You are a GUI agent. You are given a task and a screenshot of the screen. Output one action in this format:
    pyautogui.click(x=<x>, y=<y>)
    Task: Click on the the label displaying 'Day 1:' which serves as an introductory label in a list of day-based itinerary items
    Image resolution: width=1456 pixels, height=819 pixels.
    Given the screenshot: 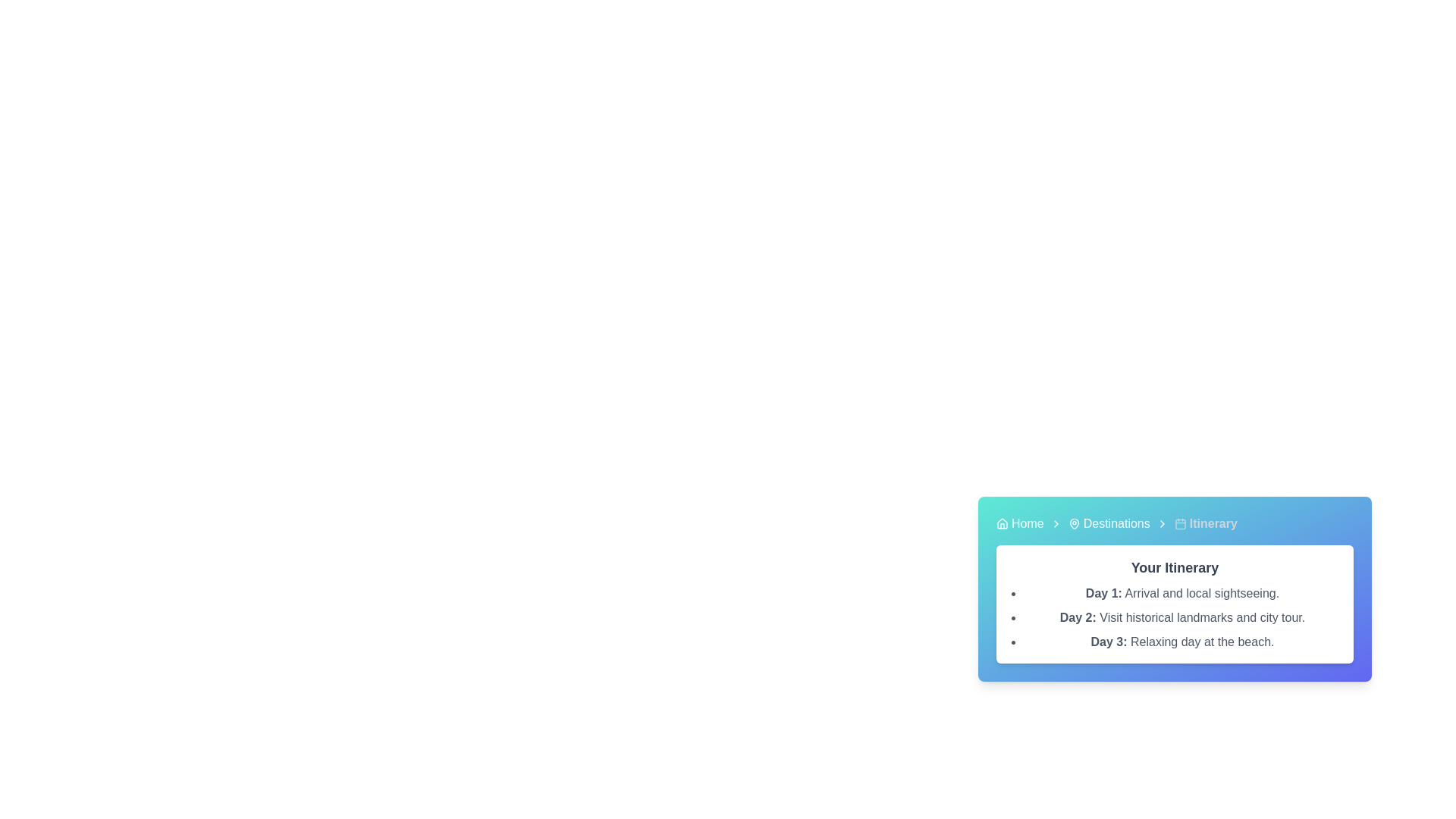 What is the action you would take?
    pyautogui.click(x=1103, y=592)
    